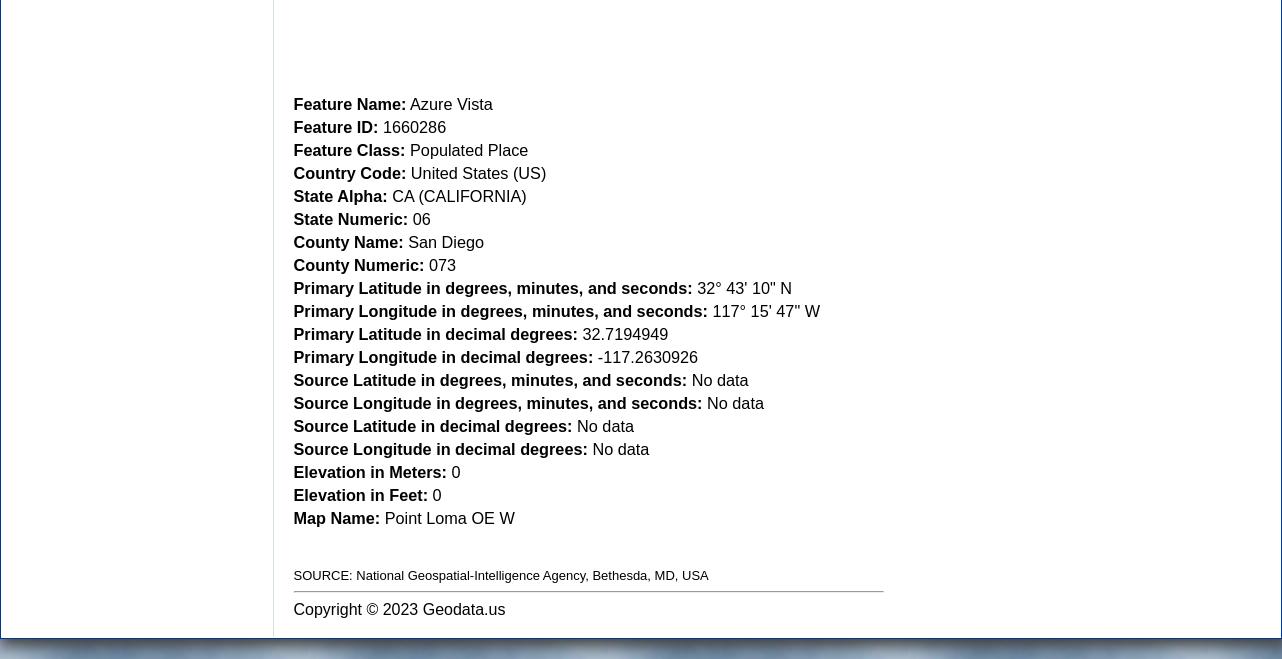 The width and height of the screenshot is (1282, 659). What do you see at coordinates (432, 424) in the screenshot?
I see `'Source Latitude in decimal degrees:'` at bounding box center [432, 424].